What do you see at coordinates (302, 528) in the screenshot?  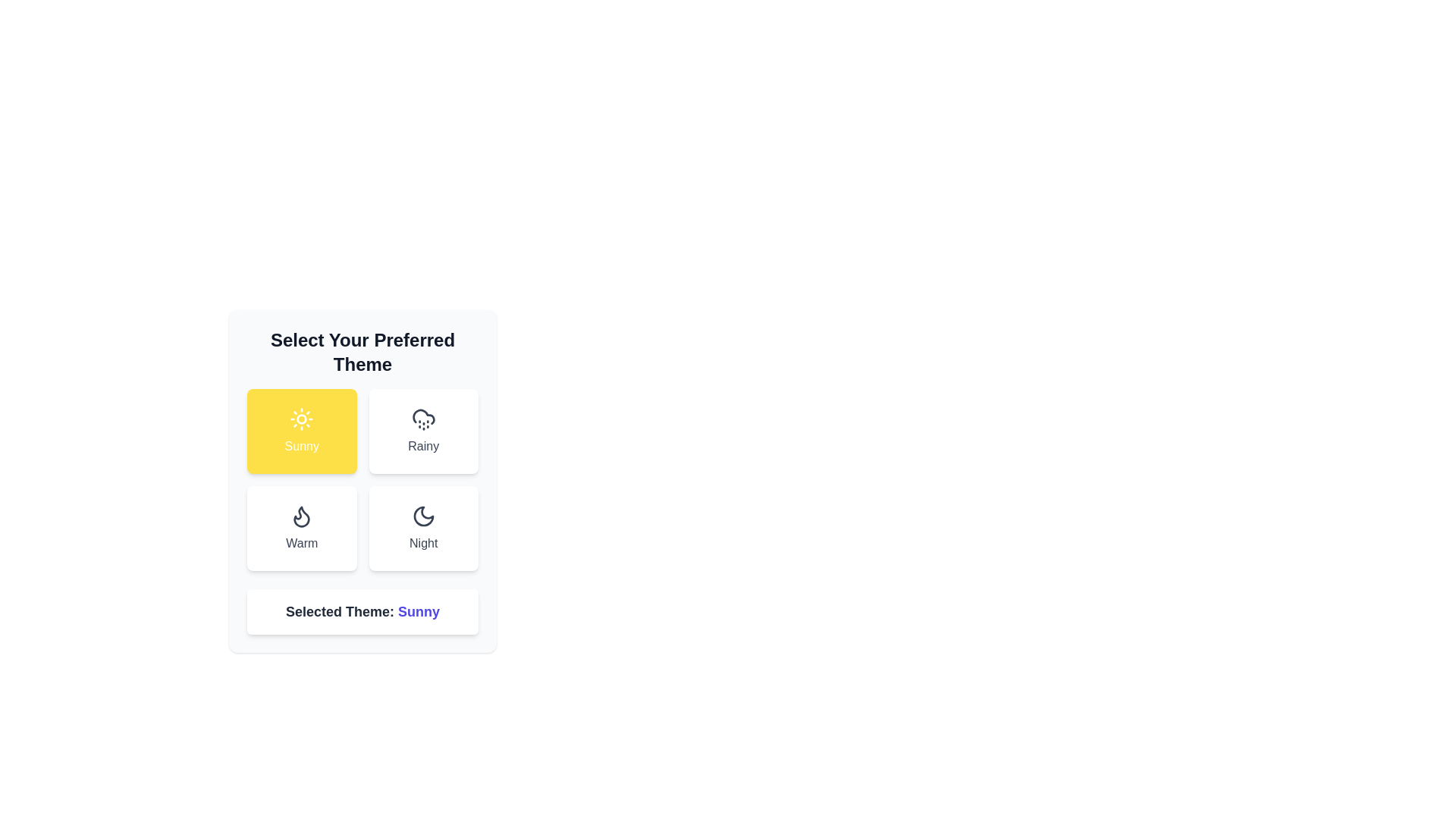 I see `the theme button labeled Warm to select it` at bounding box center [302, 528].